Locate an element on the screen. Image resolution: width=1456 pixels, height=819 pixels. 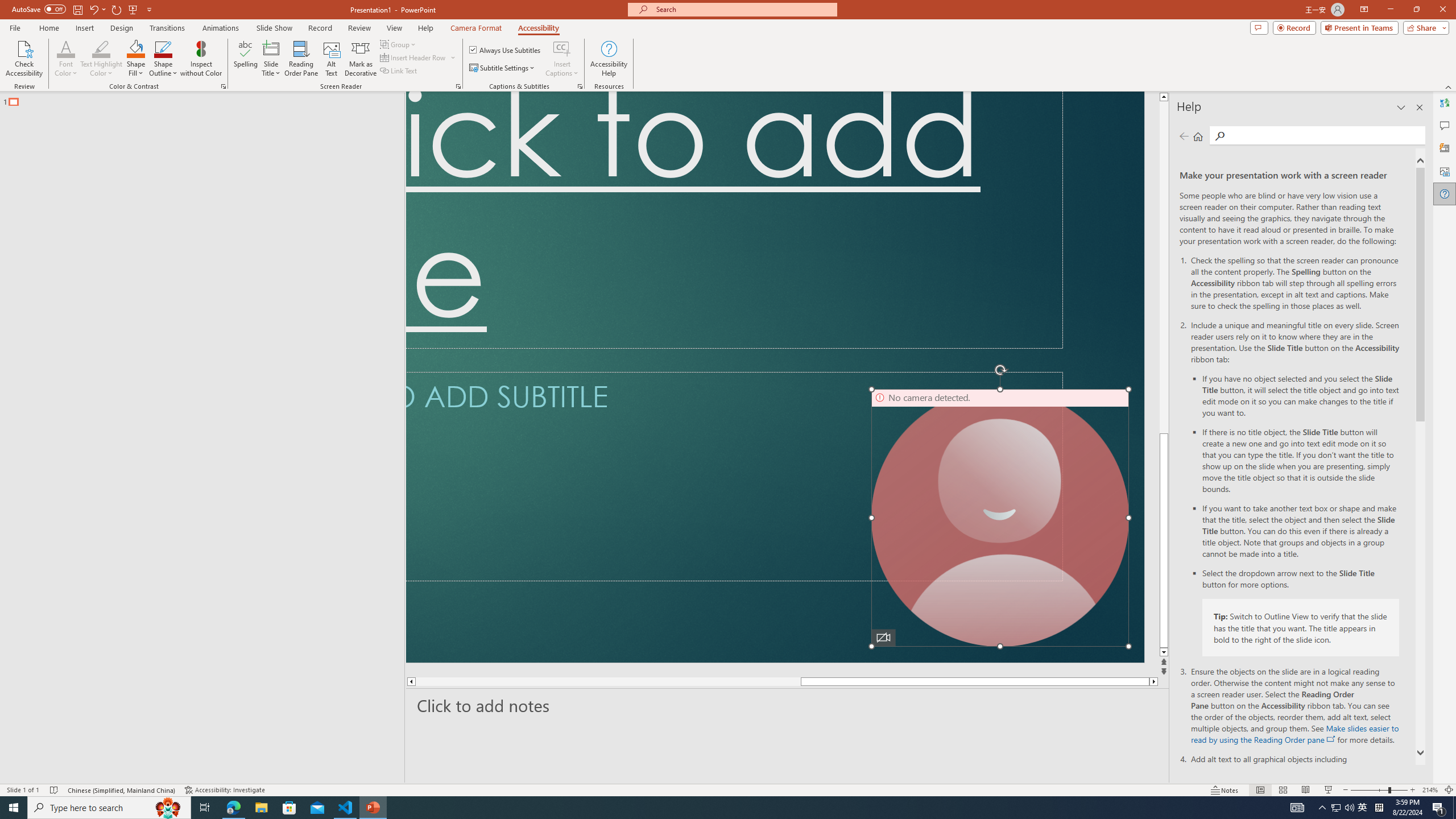
'Task Pane Options' is located at coordinates (1401, 107).